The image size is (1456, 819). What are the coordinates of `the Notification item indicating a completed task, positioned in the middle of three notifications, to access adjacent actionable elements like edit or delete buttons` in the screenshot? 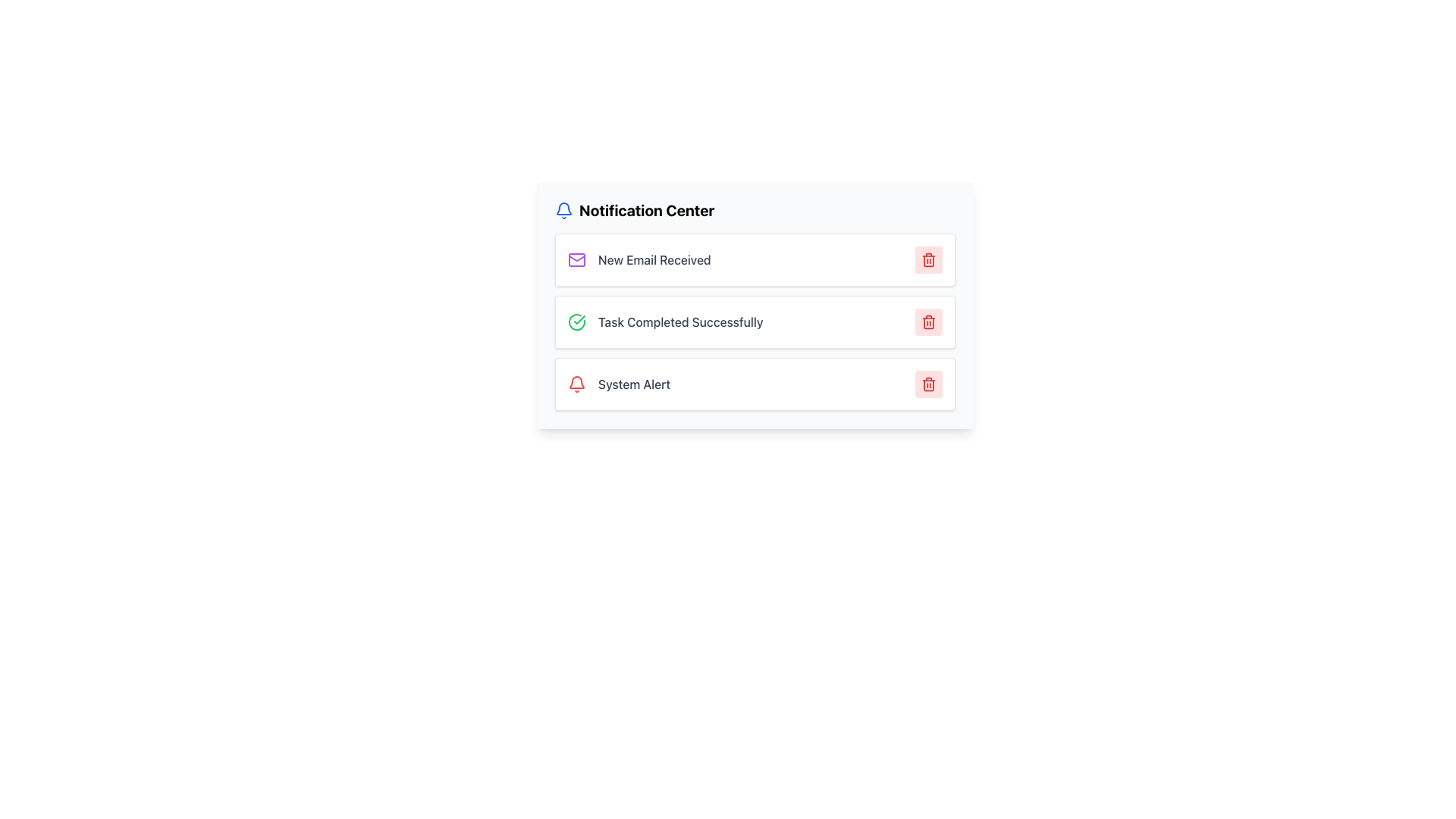 It's located at (665, 321).